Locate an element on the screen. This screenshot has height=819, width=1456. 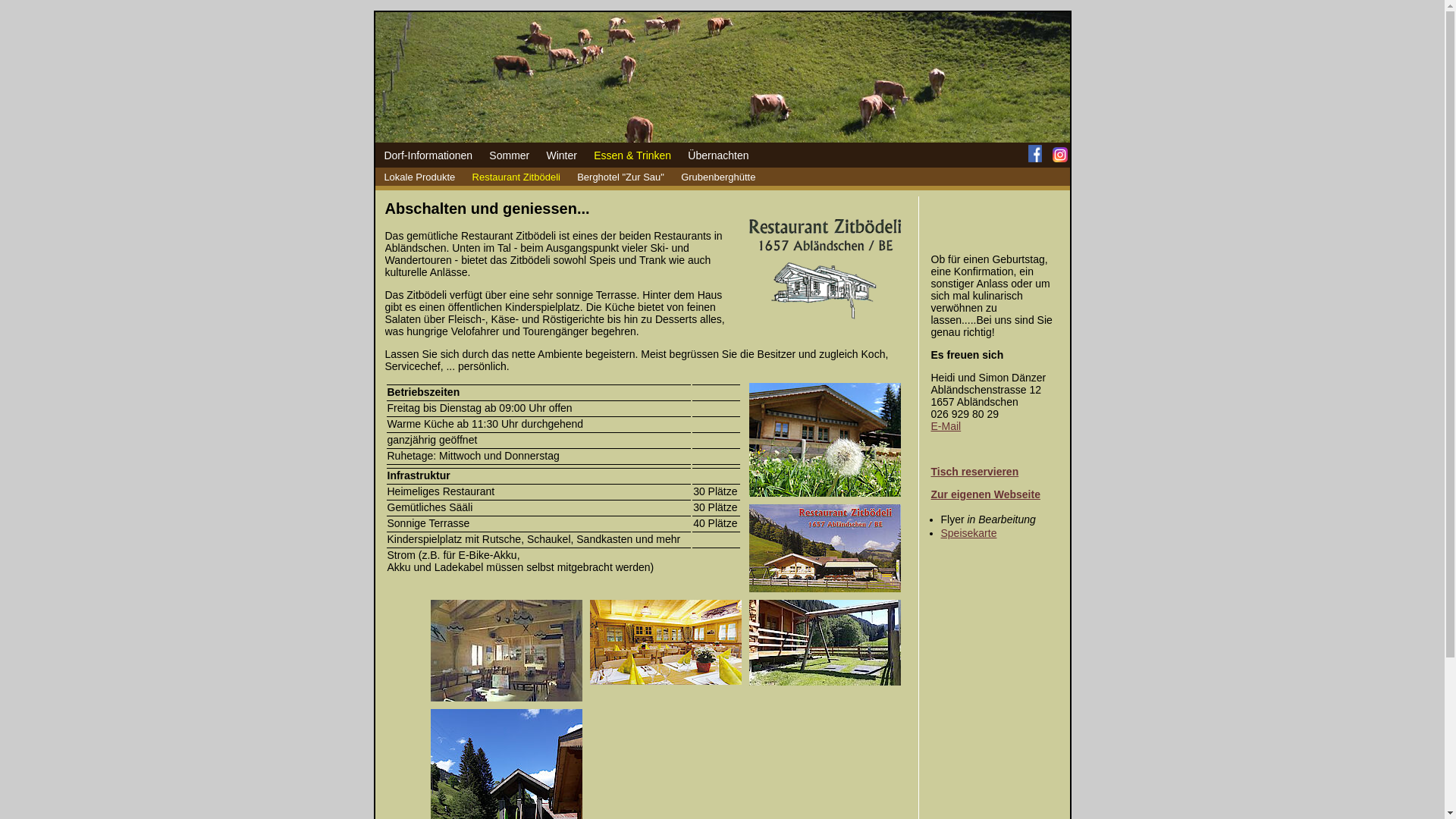
'Zur eigenen Webseite' is located at coordinates (986, 494).